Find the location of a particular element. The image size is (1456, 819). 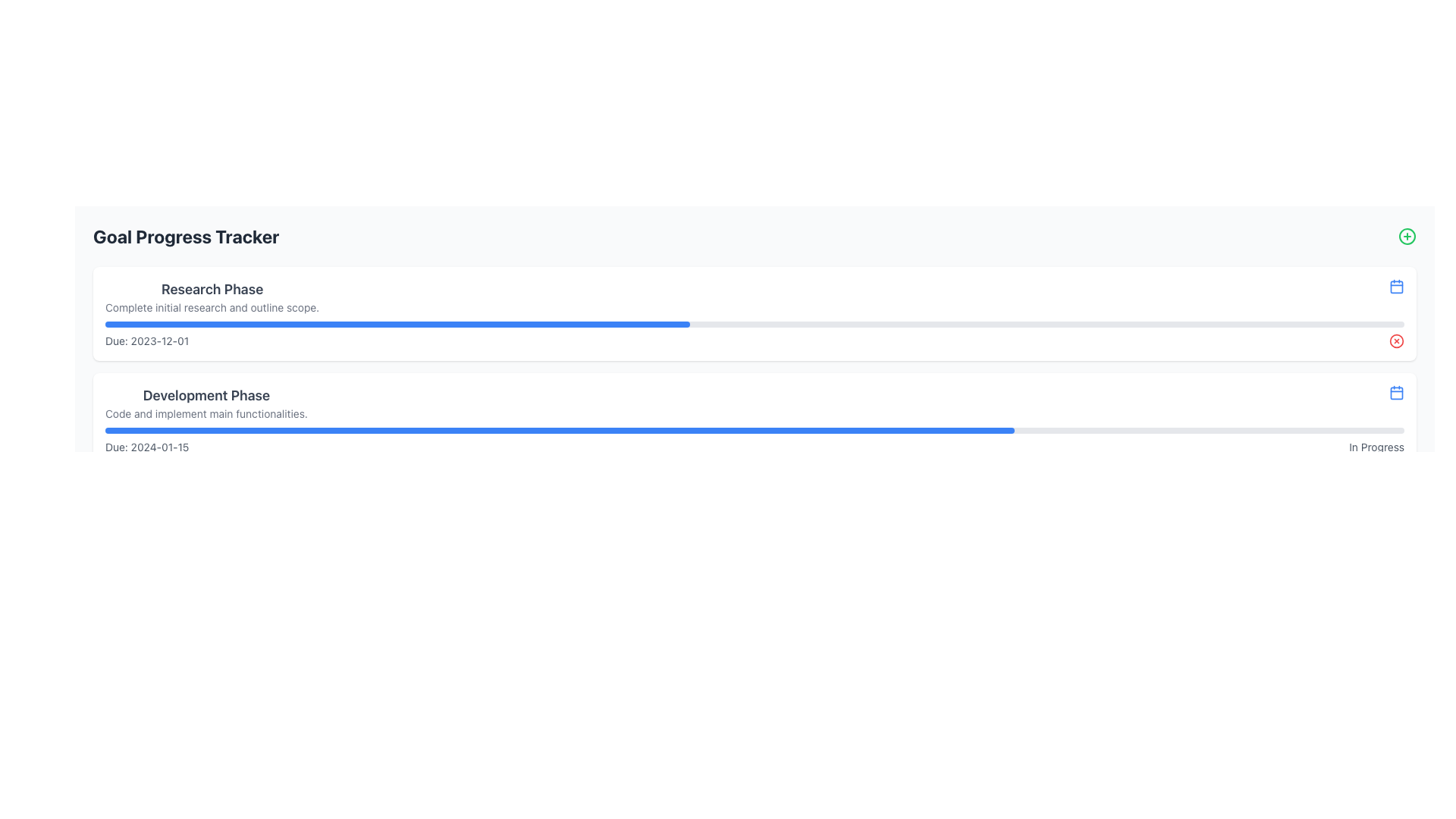

the progress indicator bar that visually represents the completion status of the 'Development Phase' task in the 'Goal Progress Tracker' is located at coordinates (559, 430).